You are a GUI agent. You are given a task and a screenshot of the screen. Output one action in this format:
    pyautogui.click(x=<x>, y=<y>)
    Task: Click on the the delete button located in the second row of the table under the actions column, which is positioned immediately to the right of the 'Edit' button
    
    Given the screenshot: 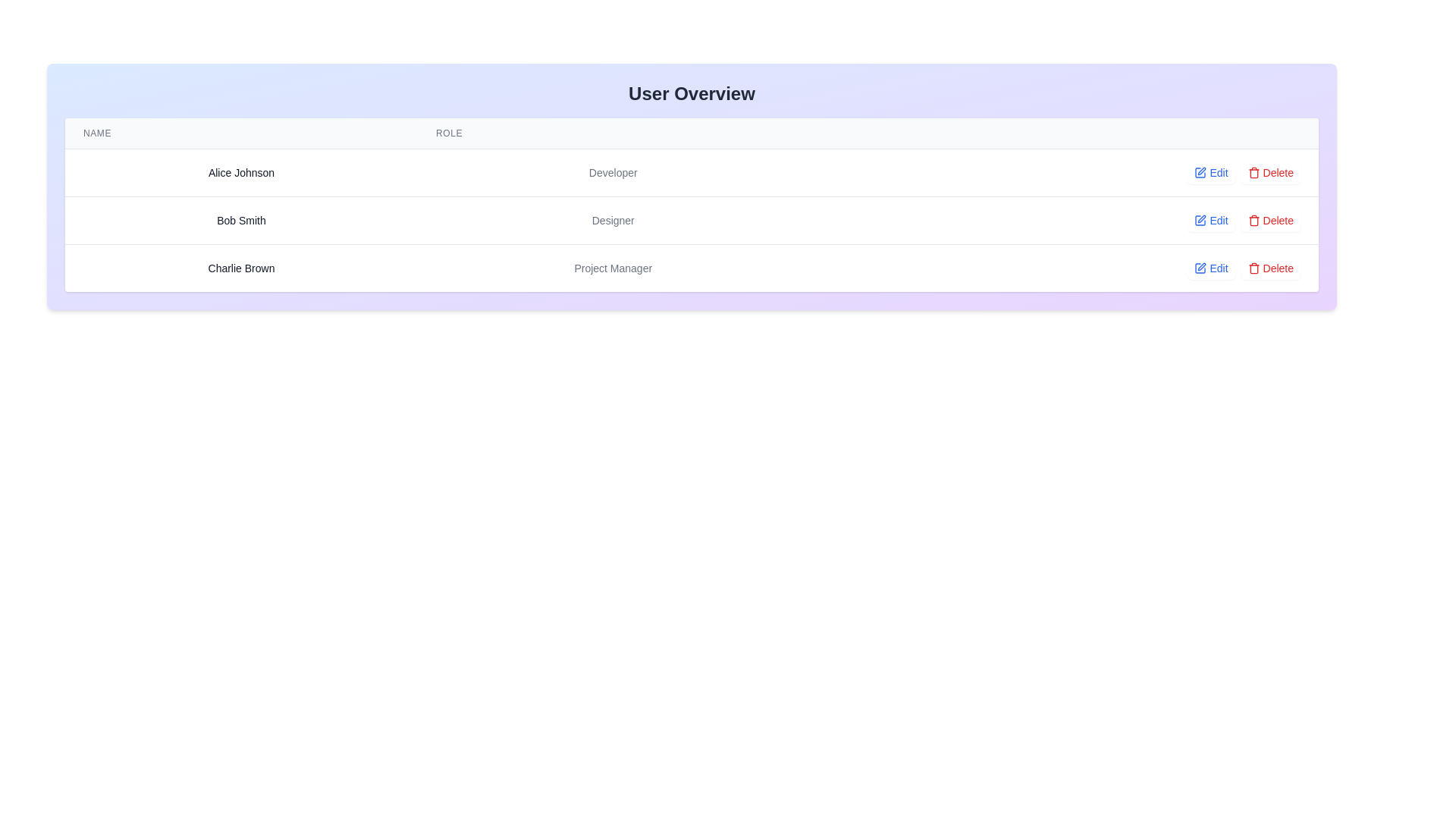 What is the action you would take?
    pyautogui.click(x=1270, y=220)
    